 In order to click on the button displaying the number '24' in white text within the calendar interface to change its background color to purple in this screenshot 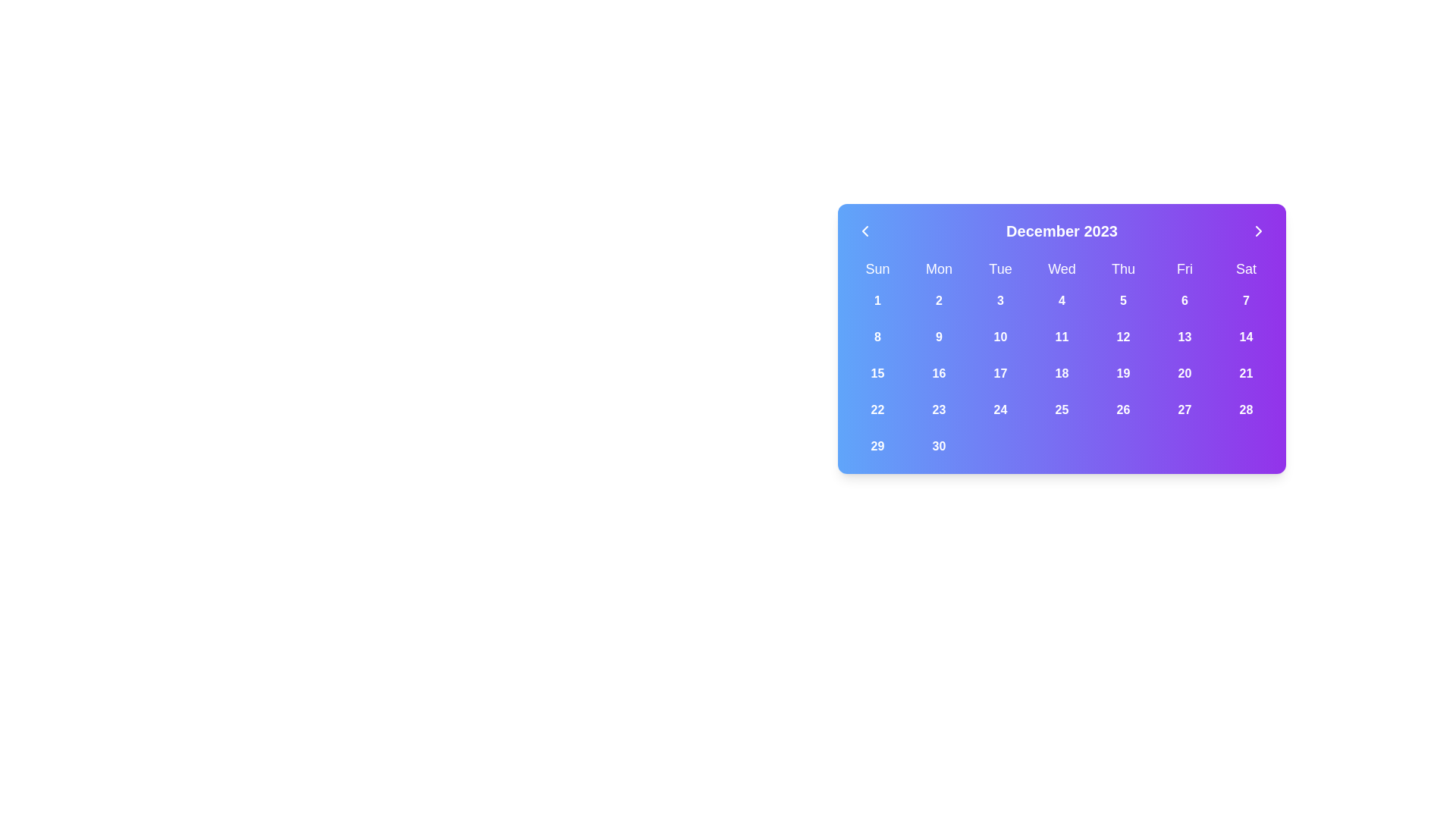, I will do `click(1000, 409)`.